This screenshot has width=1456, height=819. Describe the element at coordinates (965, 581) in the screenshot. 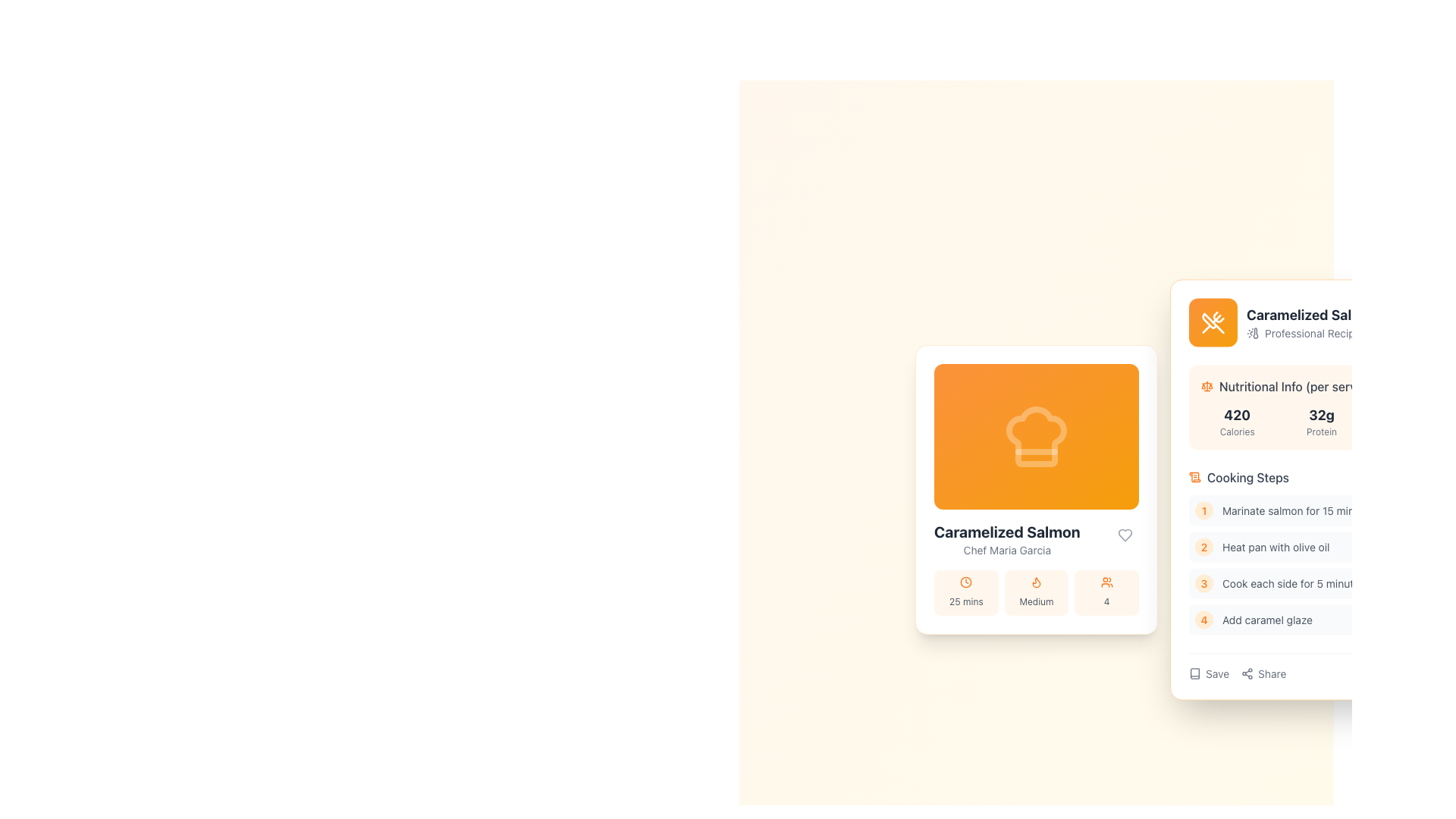

I see `the decorative circular graphic in the clock-themed icon located on the left side of the detailed panel for the 'Caramelized Salmon' recipe` at that location.